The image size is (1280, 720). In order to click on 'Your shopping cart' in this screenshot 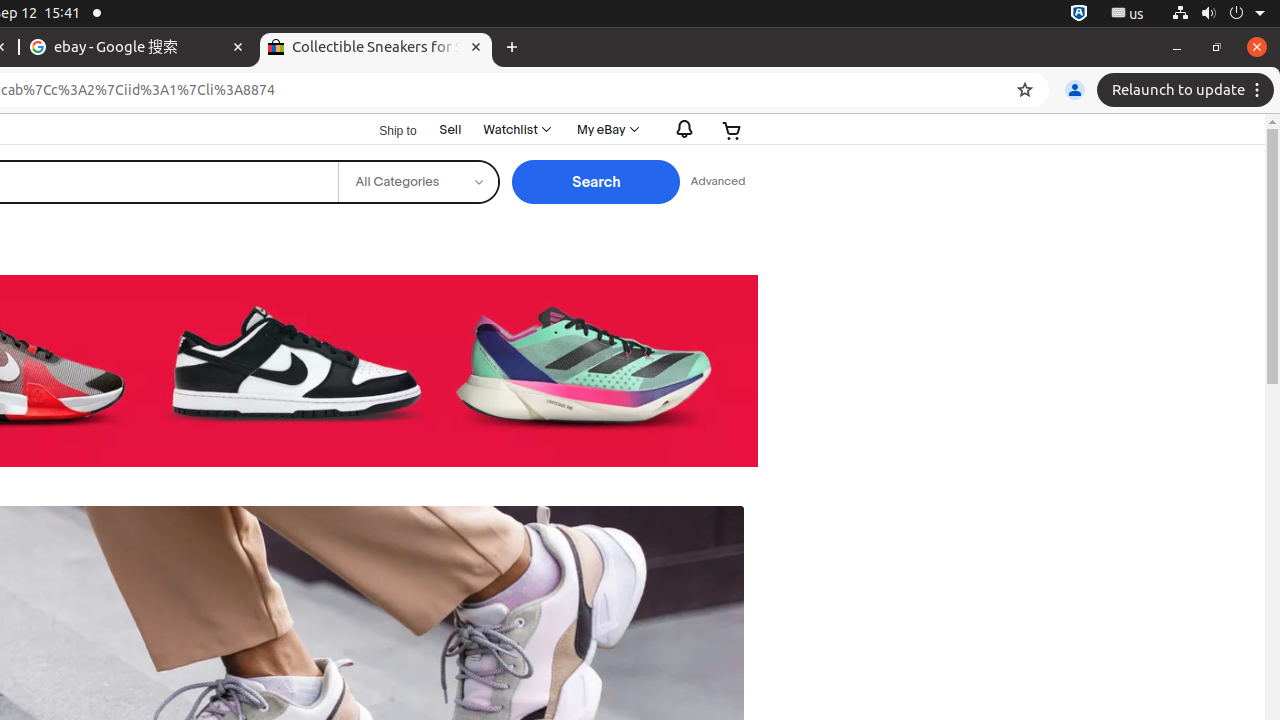, I will do `click(731, 130)`.